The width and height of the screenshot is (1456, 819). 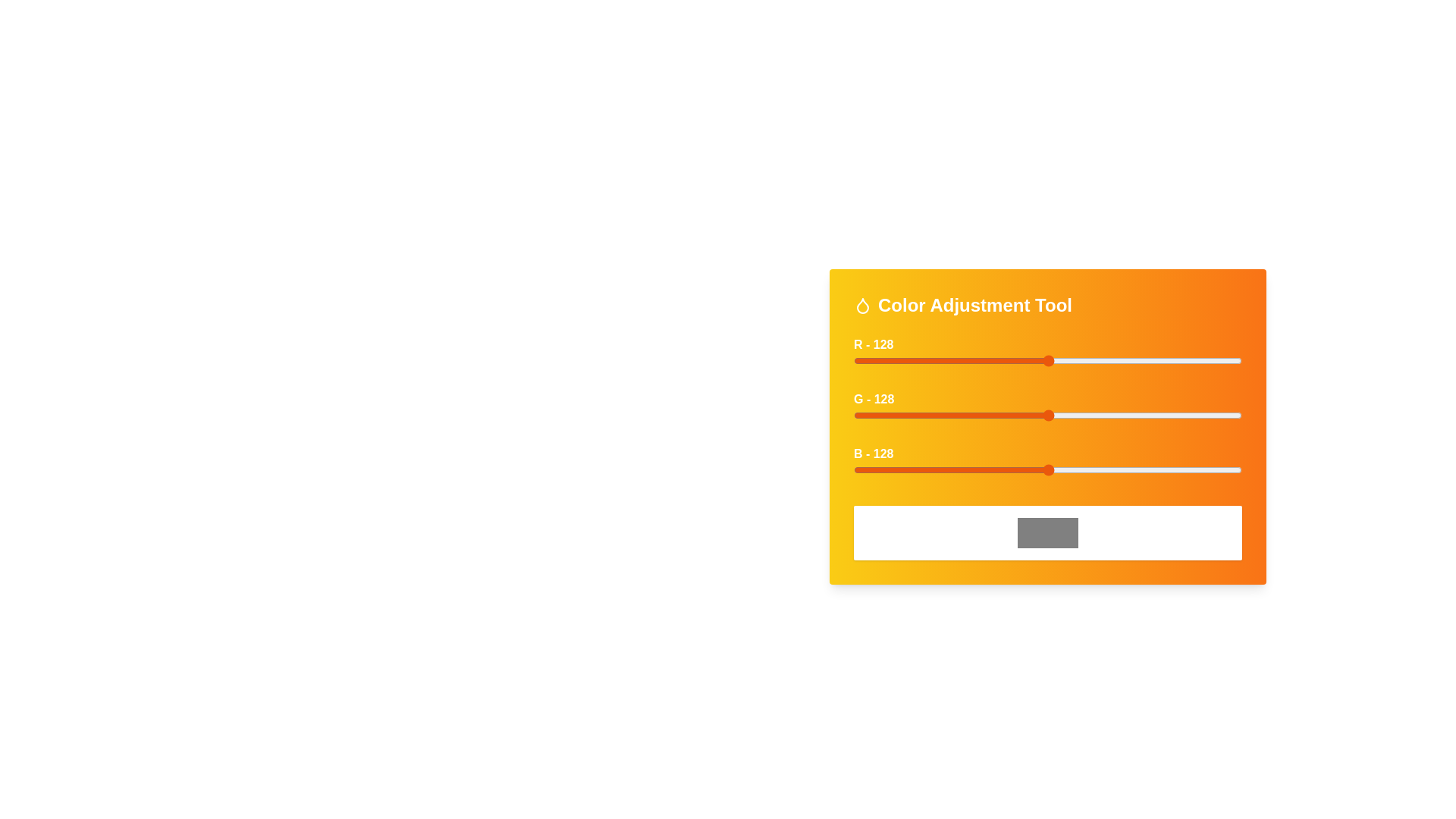 What do you see at coordinates (986, 469) in the screenshot?
I see `the blue slider to set the blue intensity to 87` at bounding box center [986, 469].